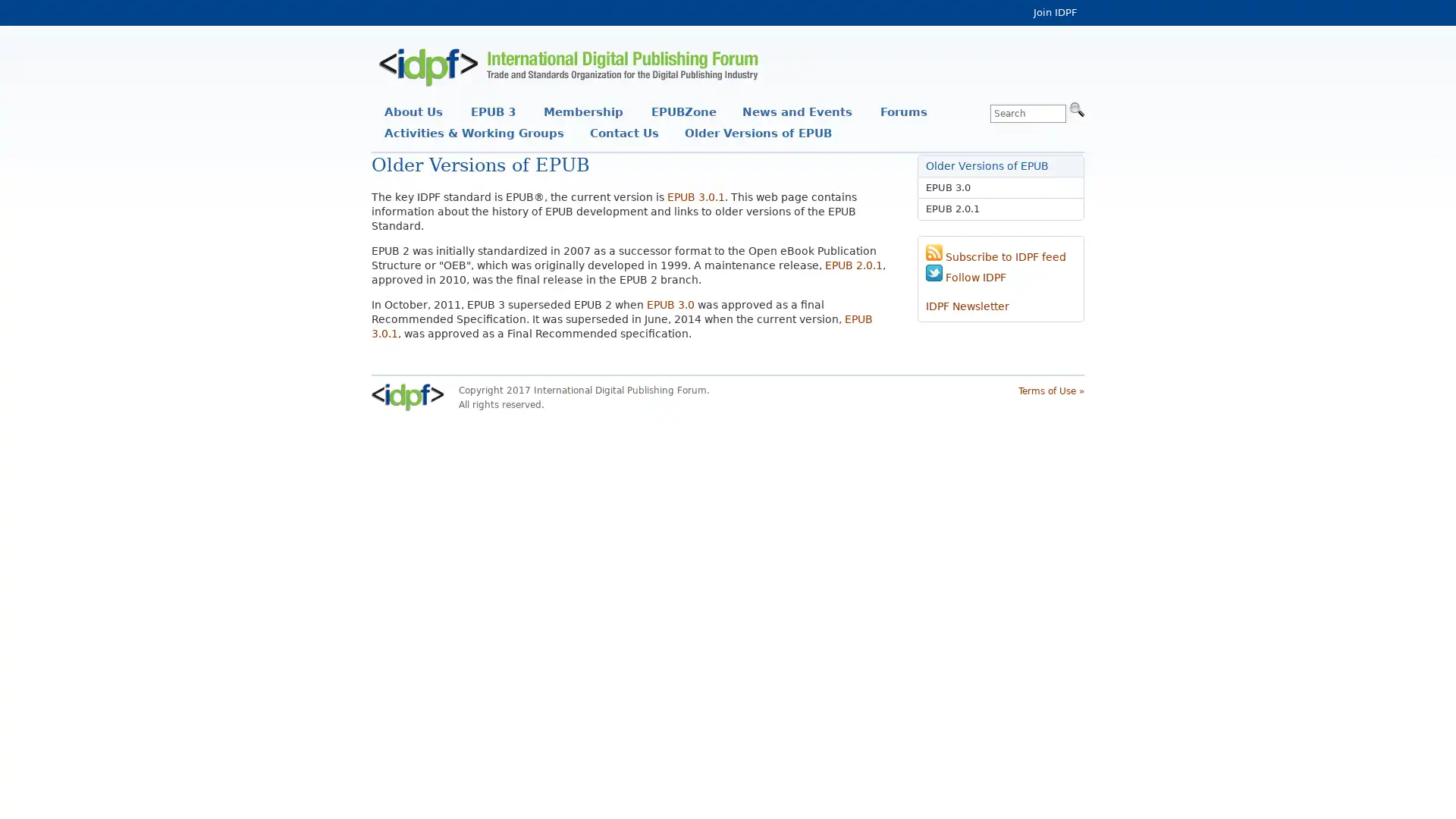 This screenshot has width=1456, height=819. I want to click on Go, so click(1076, 108).